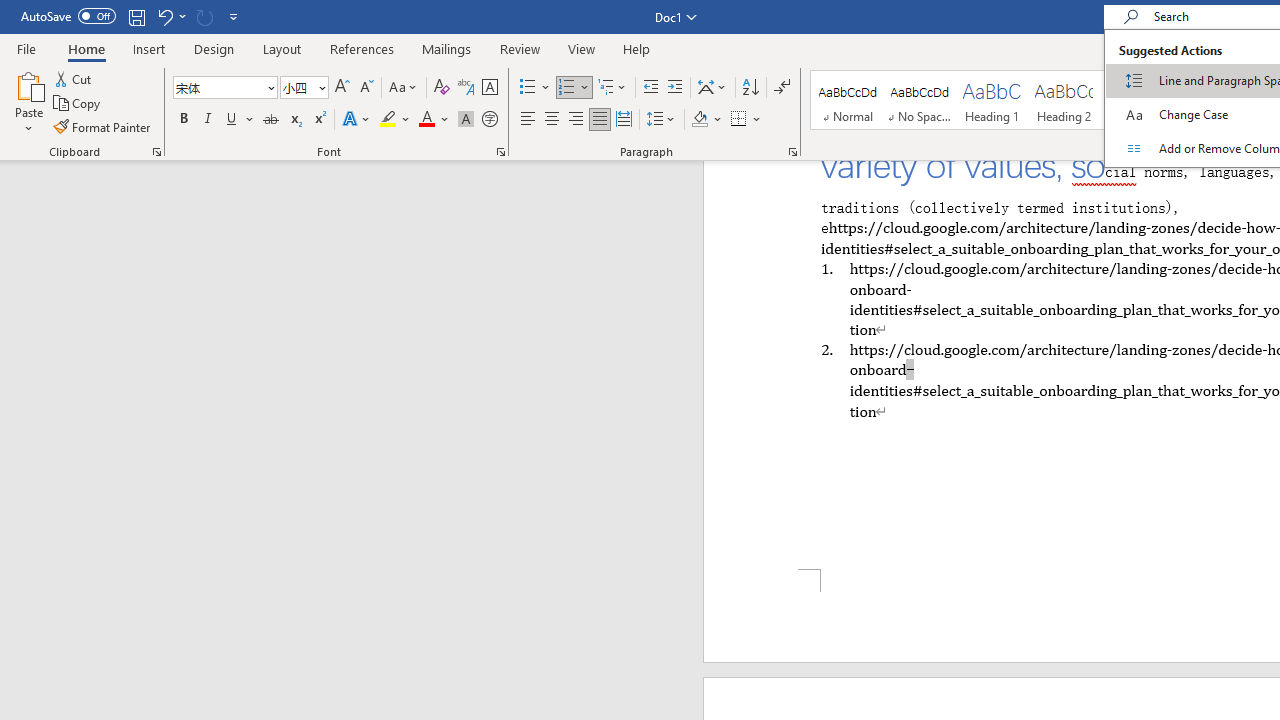  What do you see at coordinates (464, 86) in the screenshot?
I see `'Phonetic Guide...'` at bounding box center [464, 86].